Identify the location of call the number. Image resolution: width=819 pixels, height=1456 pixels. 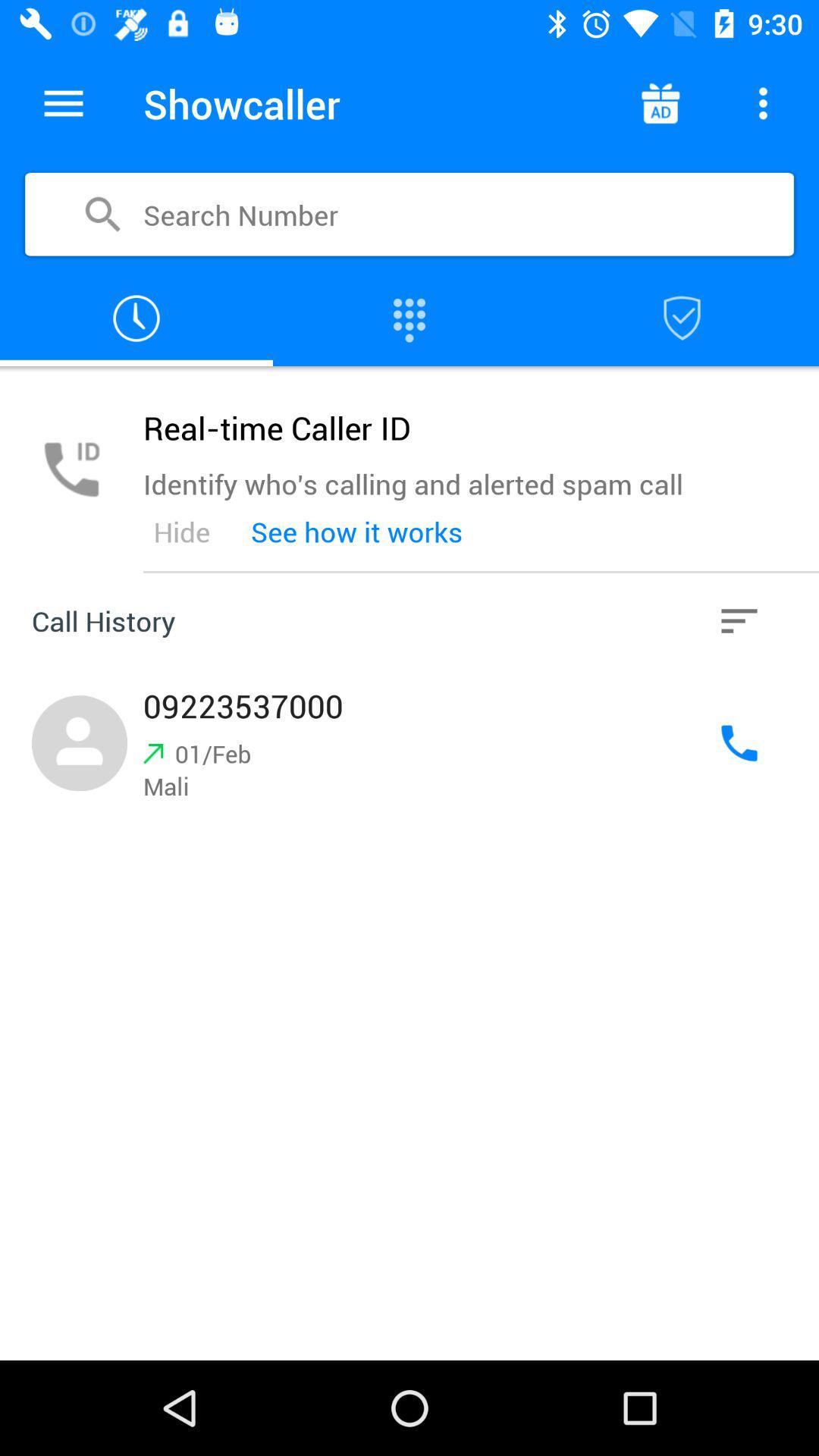
(739, 743).